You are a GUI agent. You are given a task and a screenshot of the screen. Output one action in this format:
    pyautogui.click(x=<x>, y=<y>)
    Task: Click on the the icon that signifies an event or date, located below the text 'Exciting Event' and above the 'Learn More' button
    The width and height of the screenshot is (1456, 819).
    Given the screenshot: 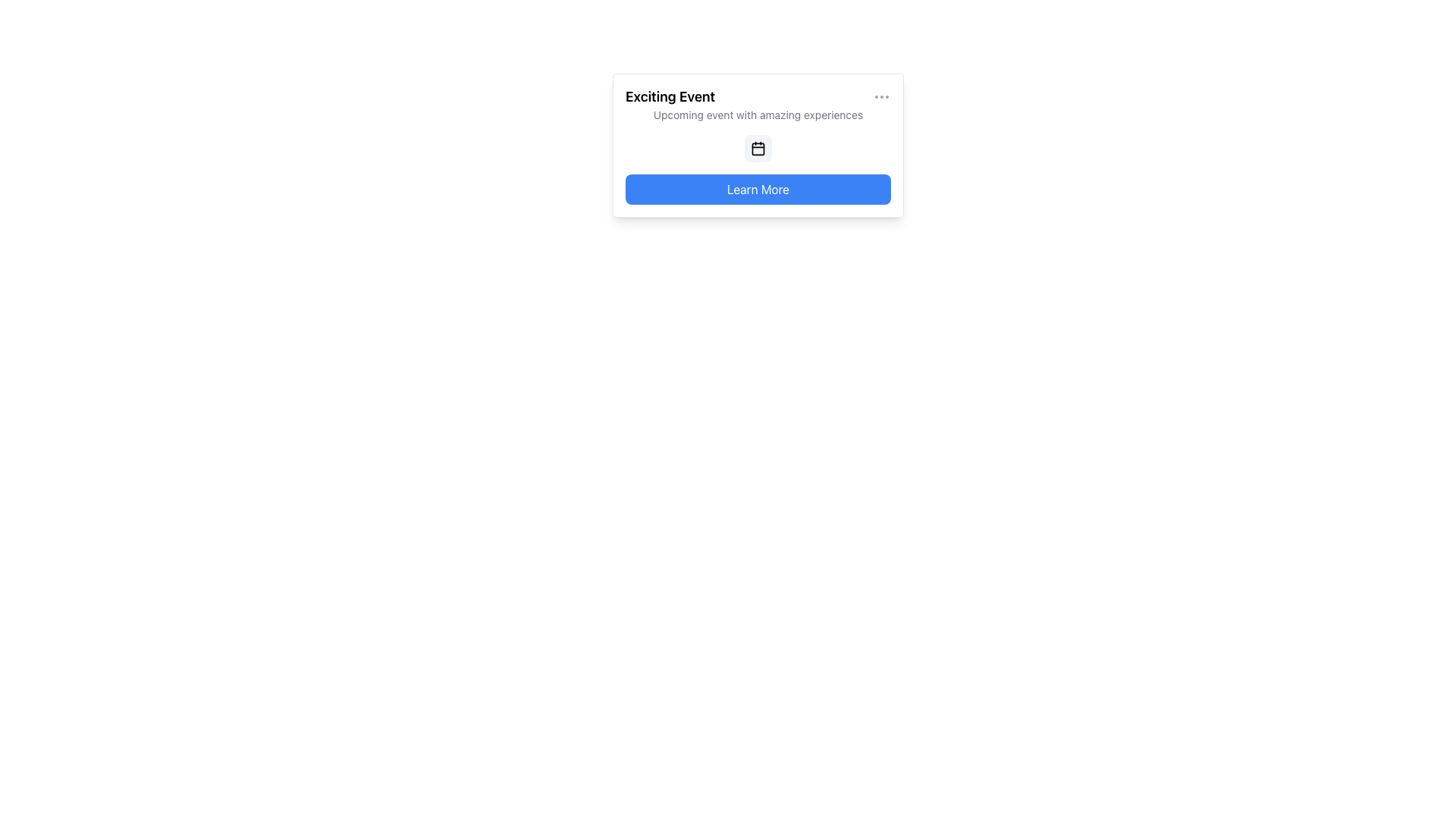 What is the action you would take?
    pyautogui.click(x=758, y=149)
    